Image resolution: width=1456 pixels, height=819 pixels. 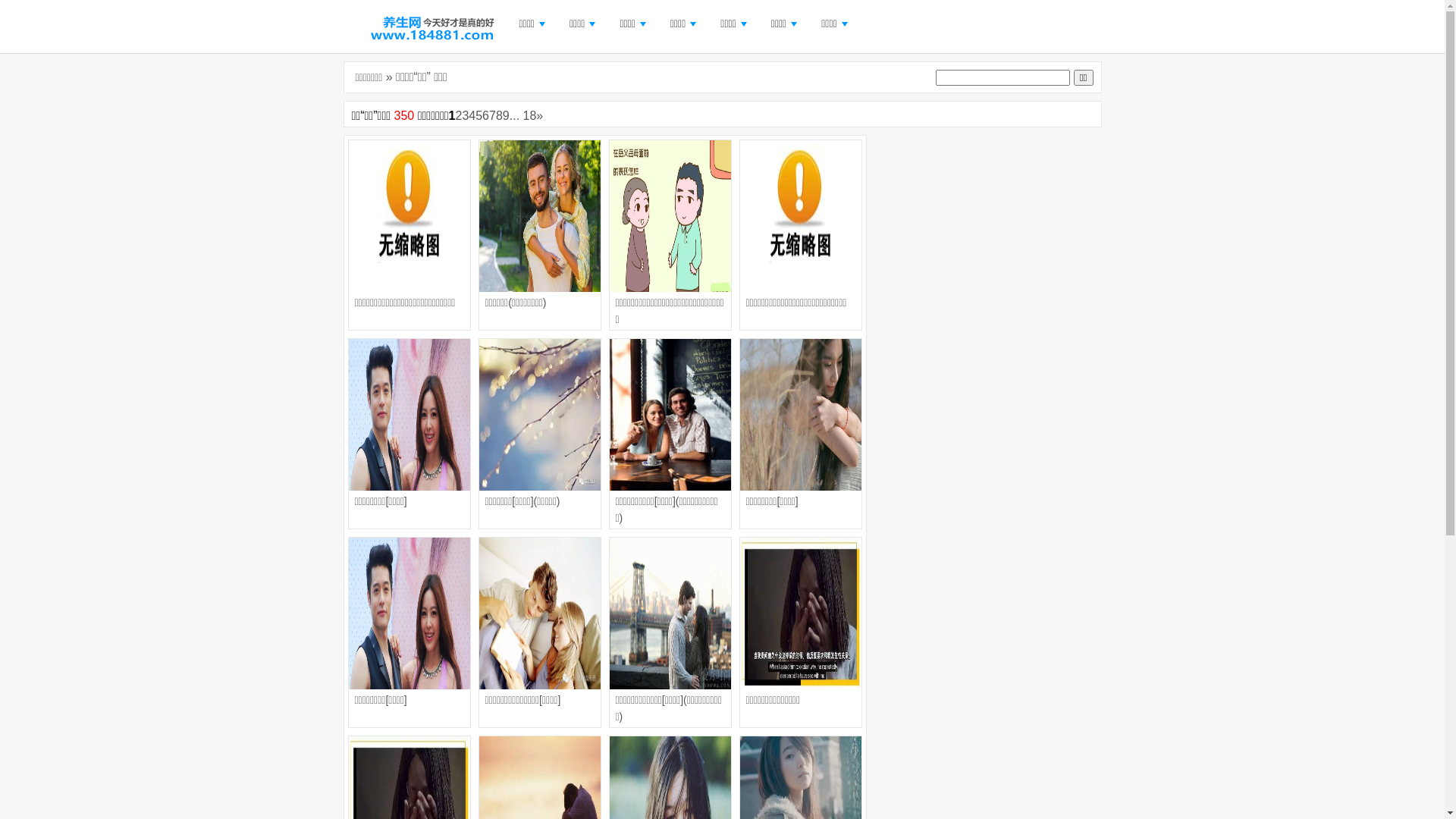 I want to click on '6', so click(x=485, y=115).